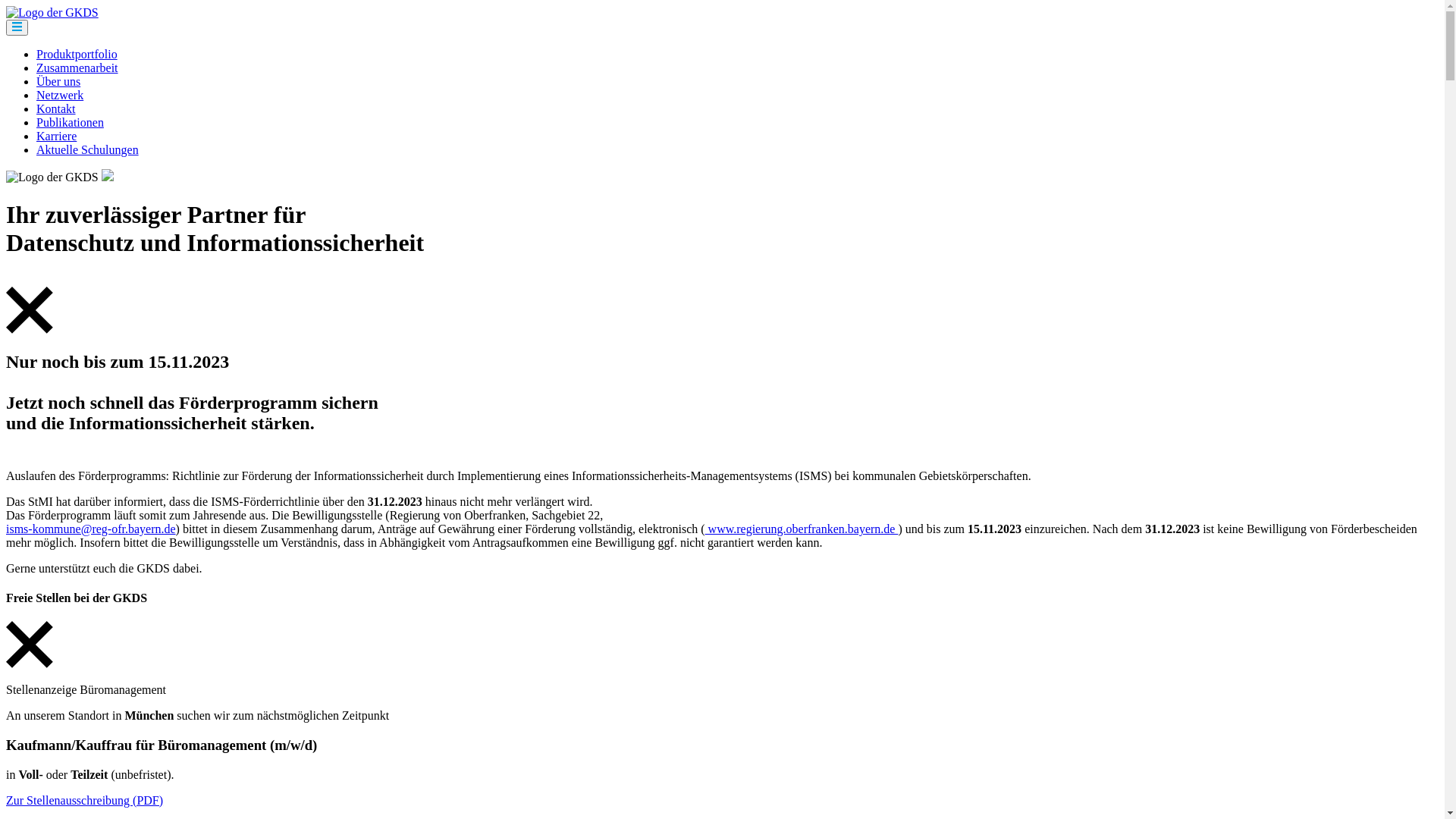 The width and height of the screenshot is (1456, 819). What do you see at coordinates (69, 121) in the screenshot?
I see `'Publikationen'` at bounding box center [69, 121].